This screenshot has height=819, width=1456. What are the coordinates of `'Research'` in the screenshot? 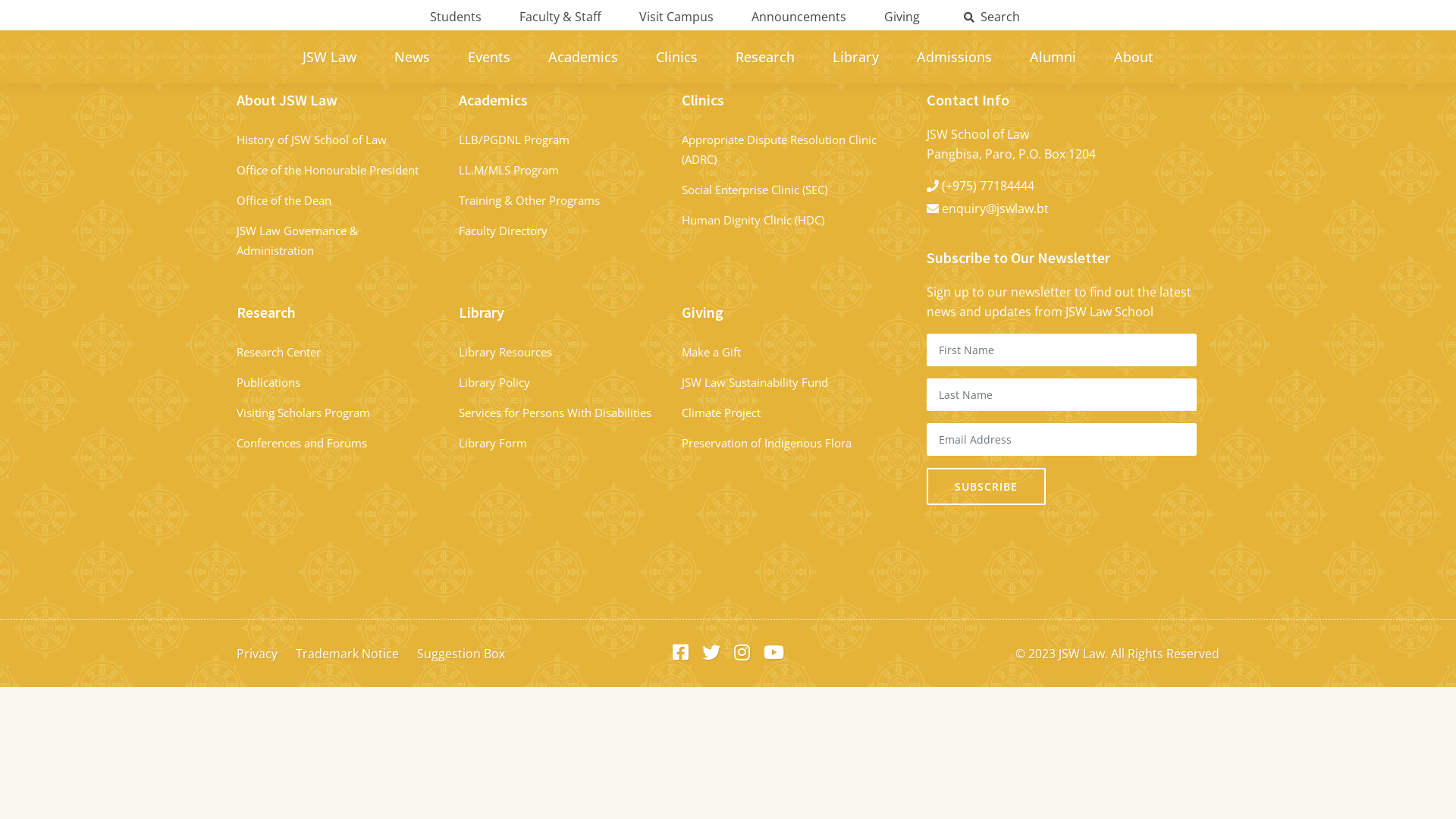 It's located at (764, 55).